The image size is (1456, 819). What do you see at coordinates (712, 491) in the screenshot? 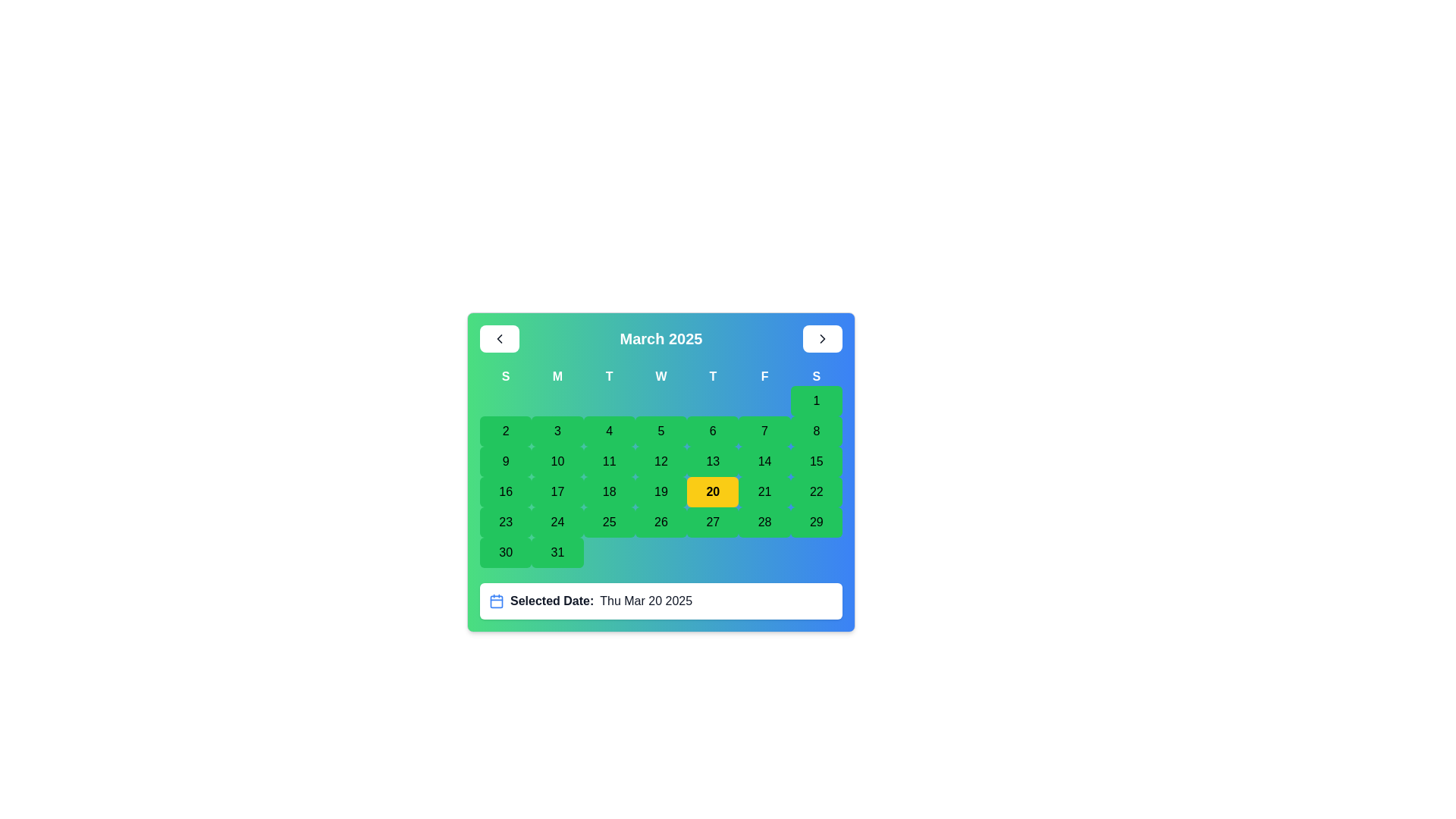
I see `the rectangular button with a bright yellow background and bold black text displaying '20'` at bounding box center [712, 491].